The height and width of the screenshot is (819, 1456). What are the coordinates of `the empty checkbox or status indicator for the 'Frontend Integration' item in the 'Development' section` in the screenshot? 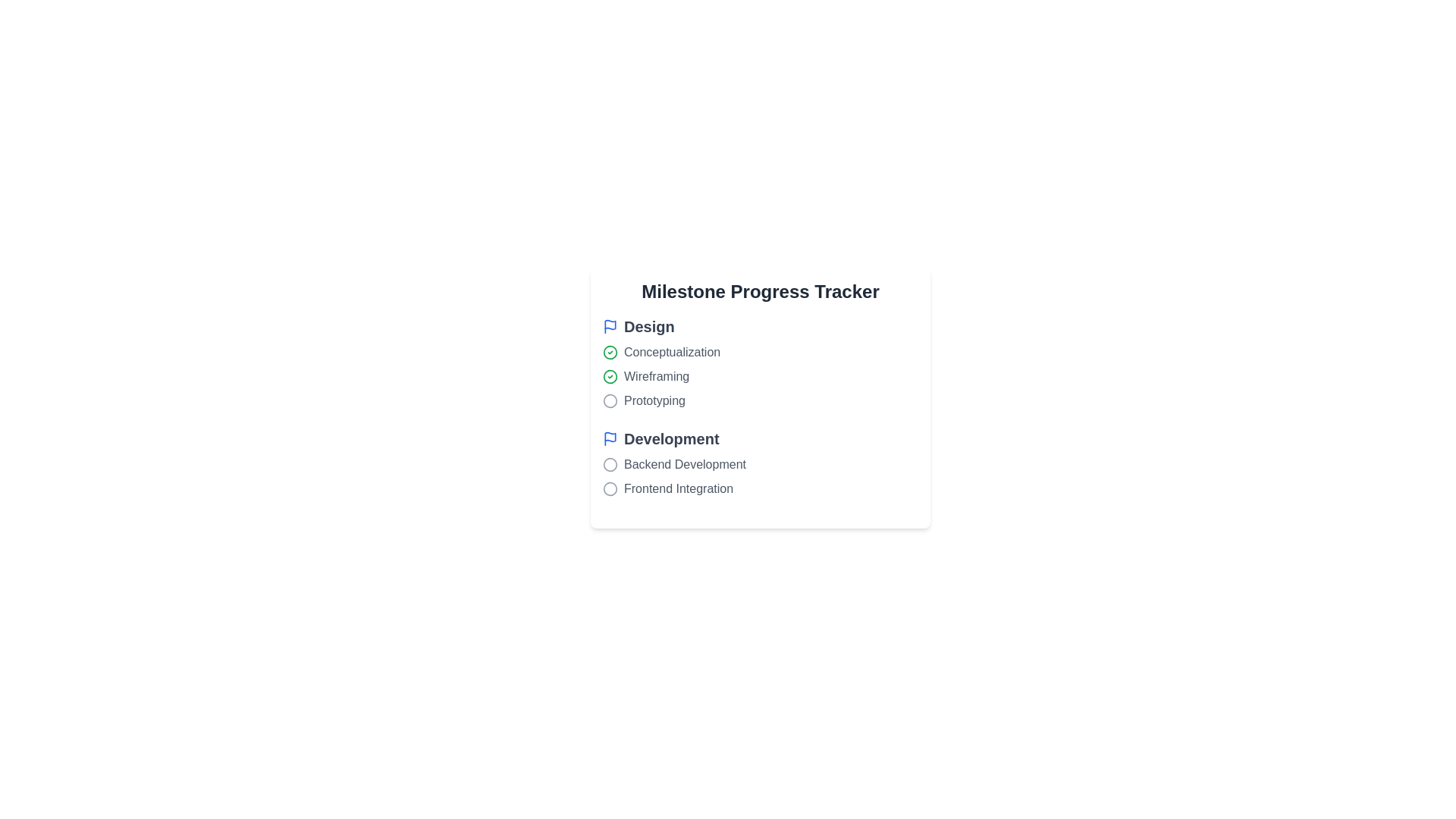 It's located at (610, 488).